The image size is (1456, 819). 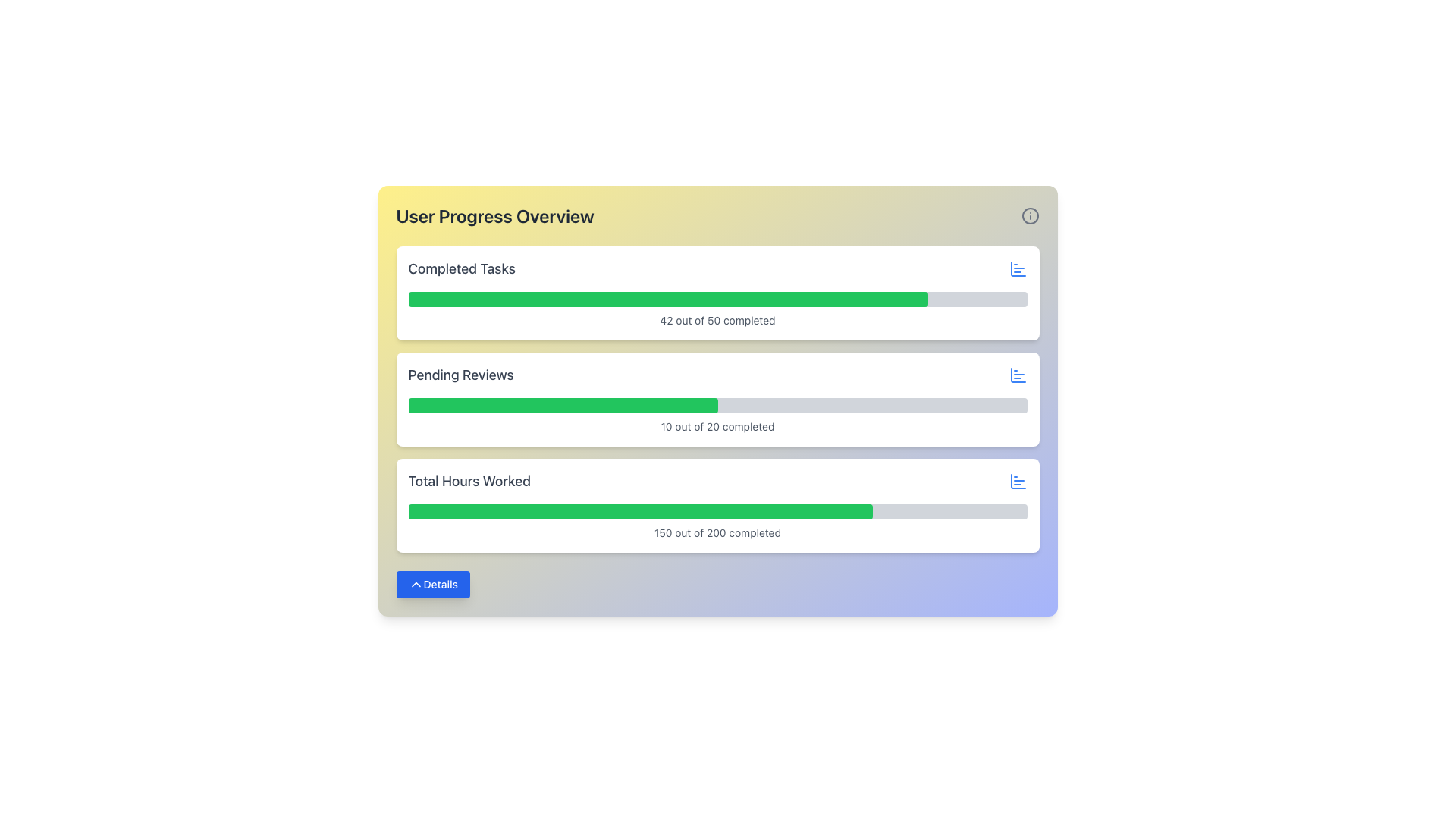 What do you see at coordinates (717, 320) in the screenshot?
I see `the text label displaying '42 out of 50 completed', which is styled in small gray font and located beneath a green progress bar within a white rounded rectangular card` at bounding box center [717, 320].